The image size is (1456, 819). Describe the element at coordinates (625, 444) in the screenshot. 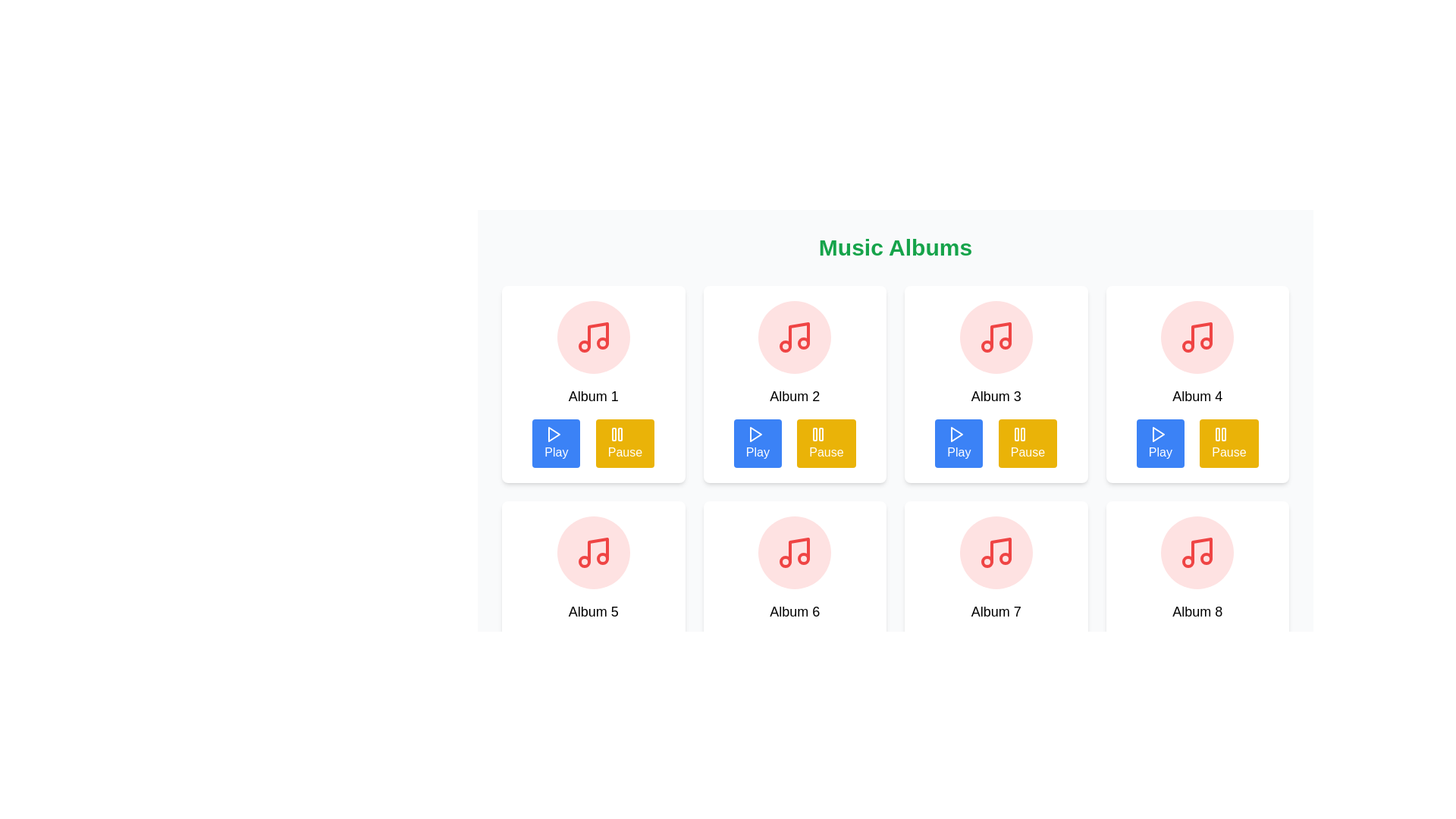

I see `the pause button located to the right of the blue 'Play' button in the button group beneath the music album card` at that location.